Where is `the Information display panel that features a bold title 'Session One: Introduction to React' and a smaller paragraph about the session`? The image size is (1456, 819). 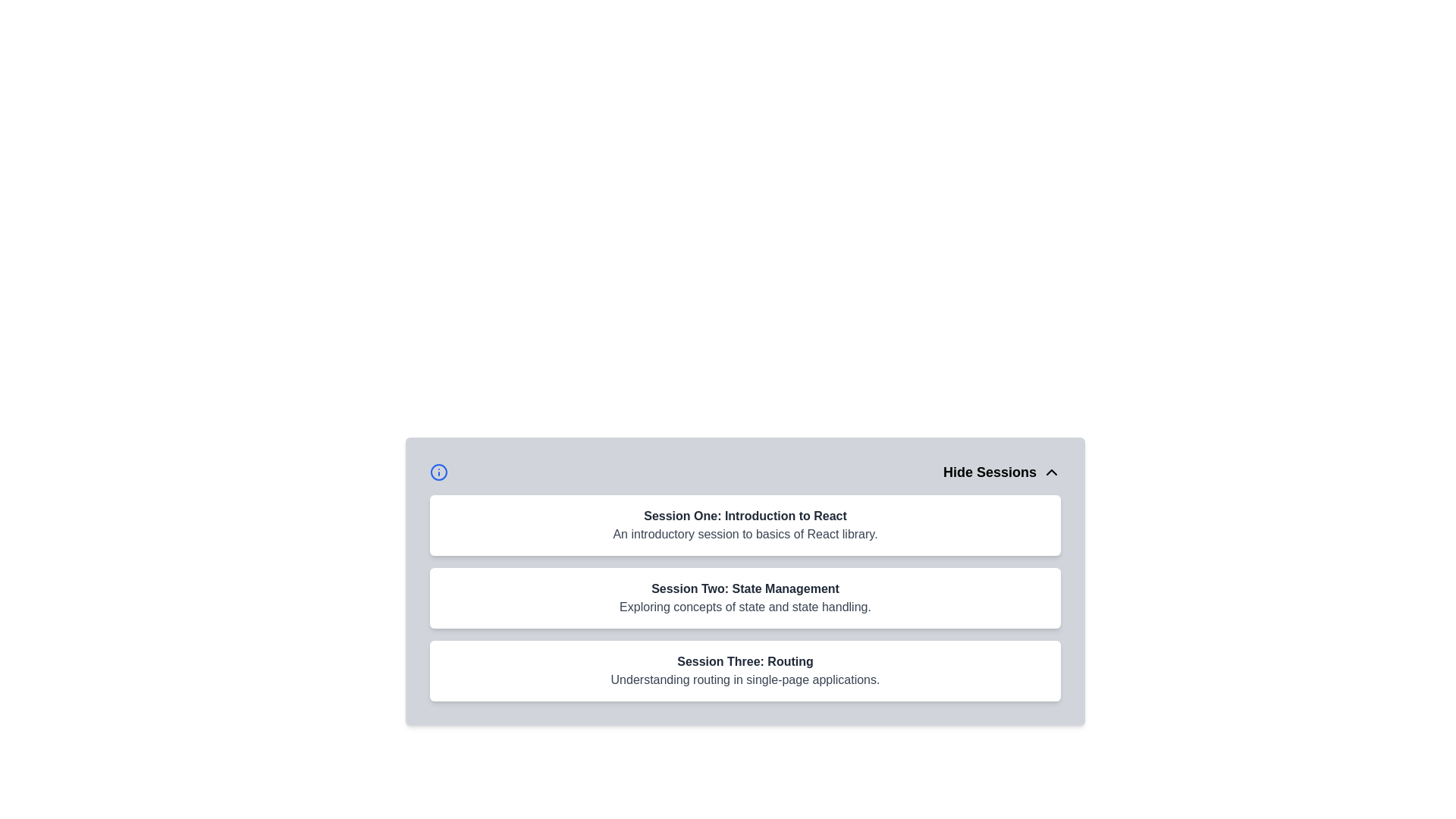 the Information display panel that features a bold title 'Session One: Introduction to React' and a smaller paragraph about the session is located at coordinates (745, 525).